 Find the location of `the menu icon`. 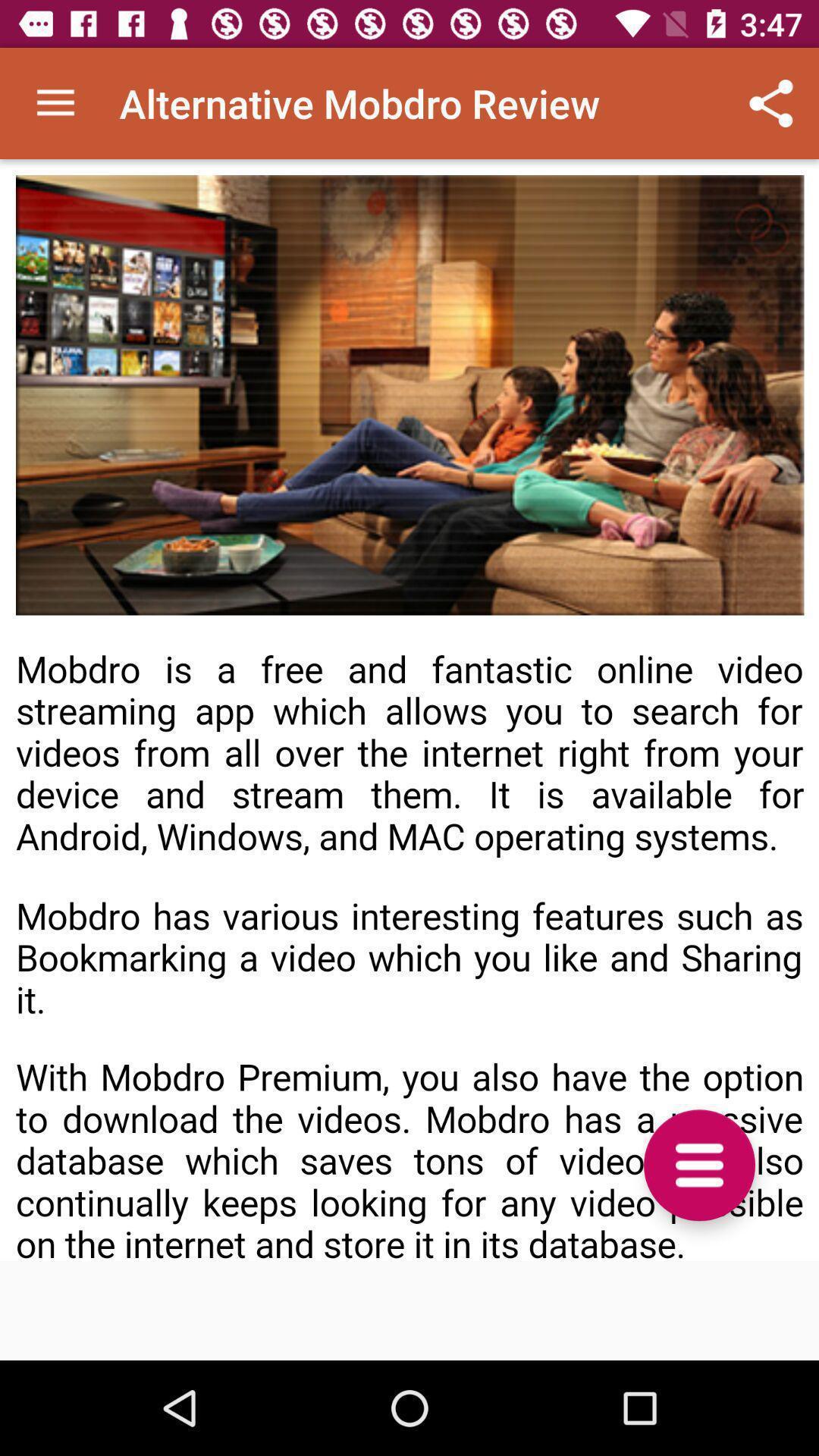

the menu icon is located at coordinates (699, 1164).